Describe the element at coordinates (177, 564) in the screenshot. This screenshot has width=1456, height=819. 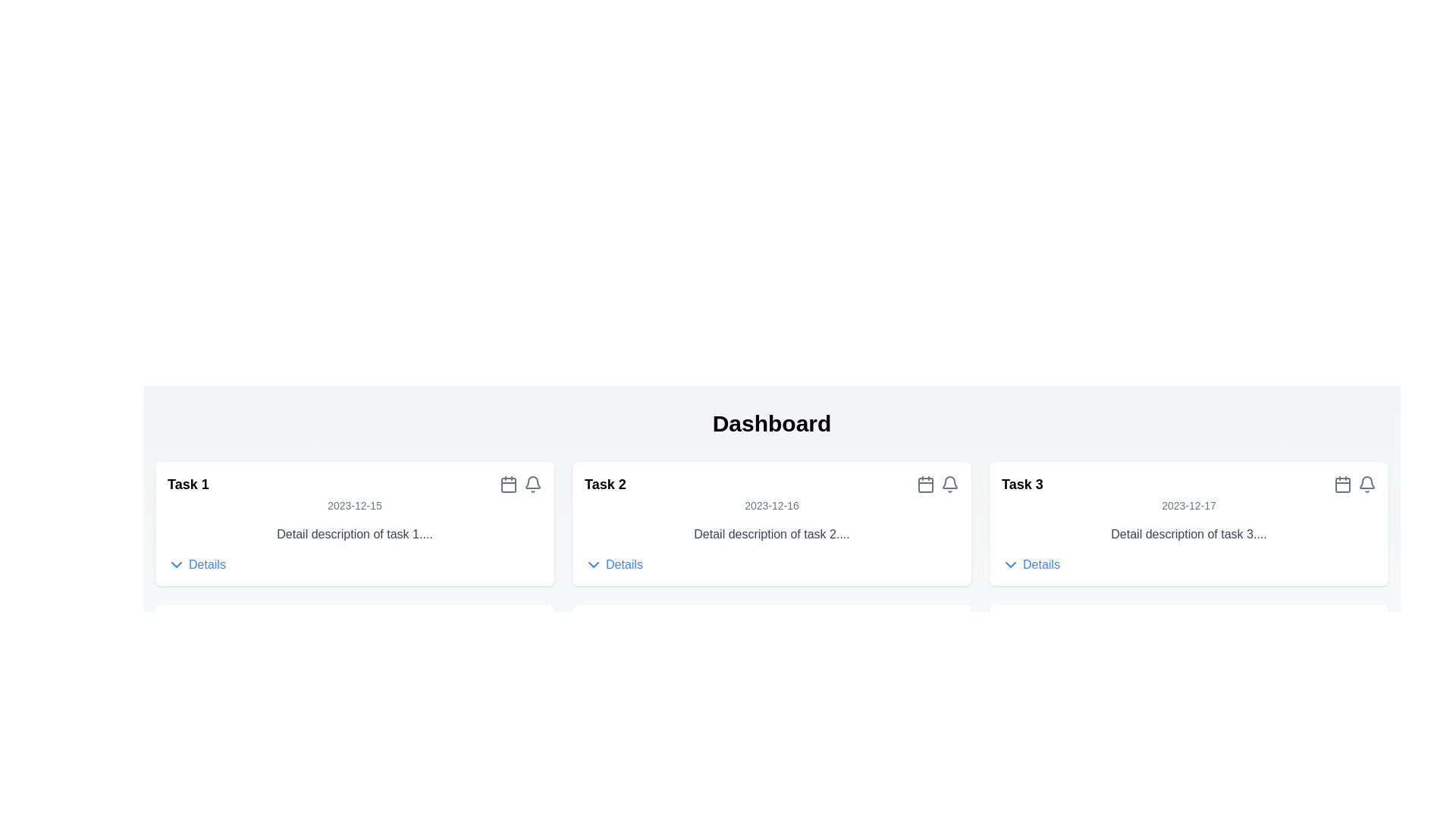
I see `the chevron icon located in the 'Details' section below the 'Task 1' card` at that location.